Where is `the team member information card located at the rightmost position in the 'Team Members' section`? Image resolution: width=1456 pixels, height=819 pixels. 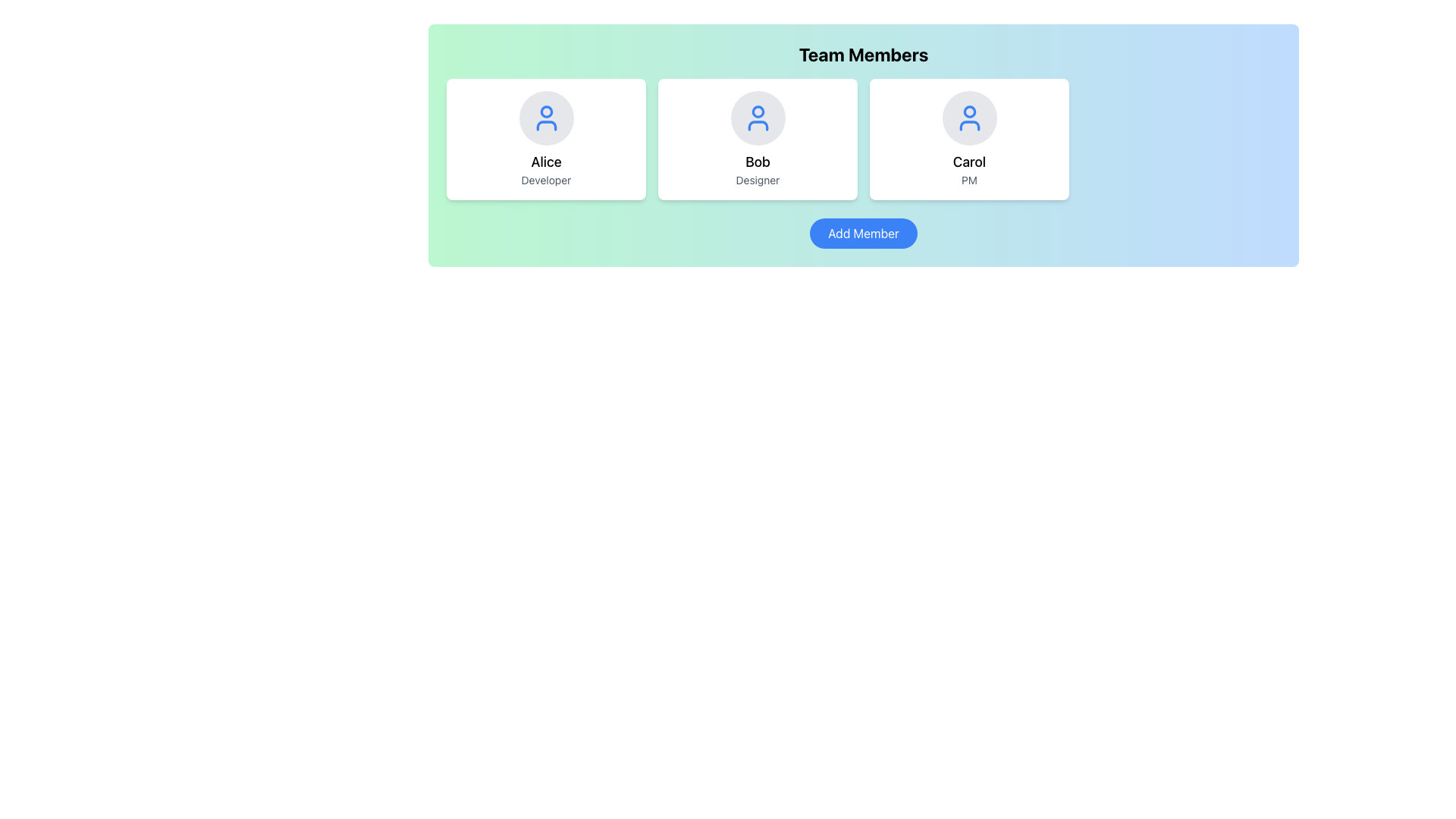 the team member information card located at the rightmost position in the 'Team Members' section is located at coordinates (968, 140).